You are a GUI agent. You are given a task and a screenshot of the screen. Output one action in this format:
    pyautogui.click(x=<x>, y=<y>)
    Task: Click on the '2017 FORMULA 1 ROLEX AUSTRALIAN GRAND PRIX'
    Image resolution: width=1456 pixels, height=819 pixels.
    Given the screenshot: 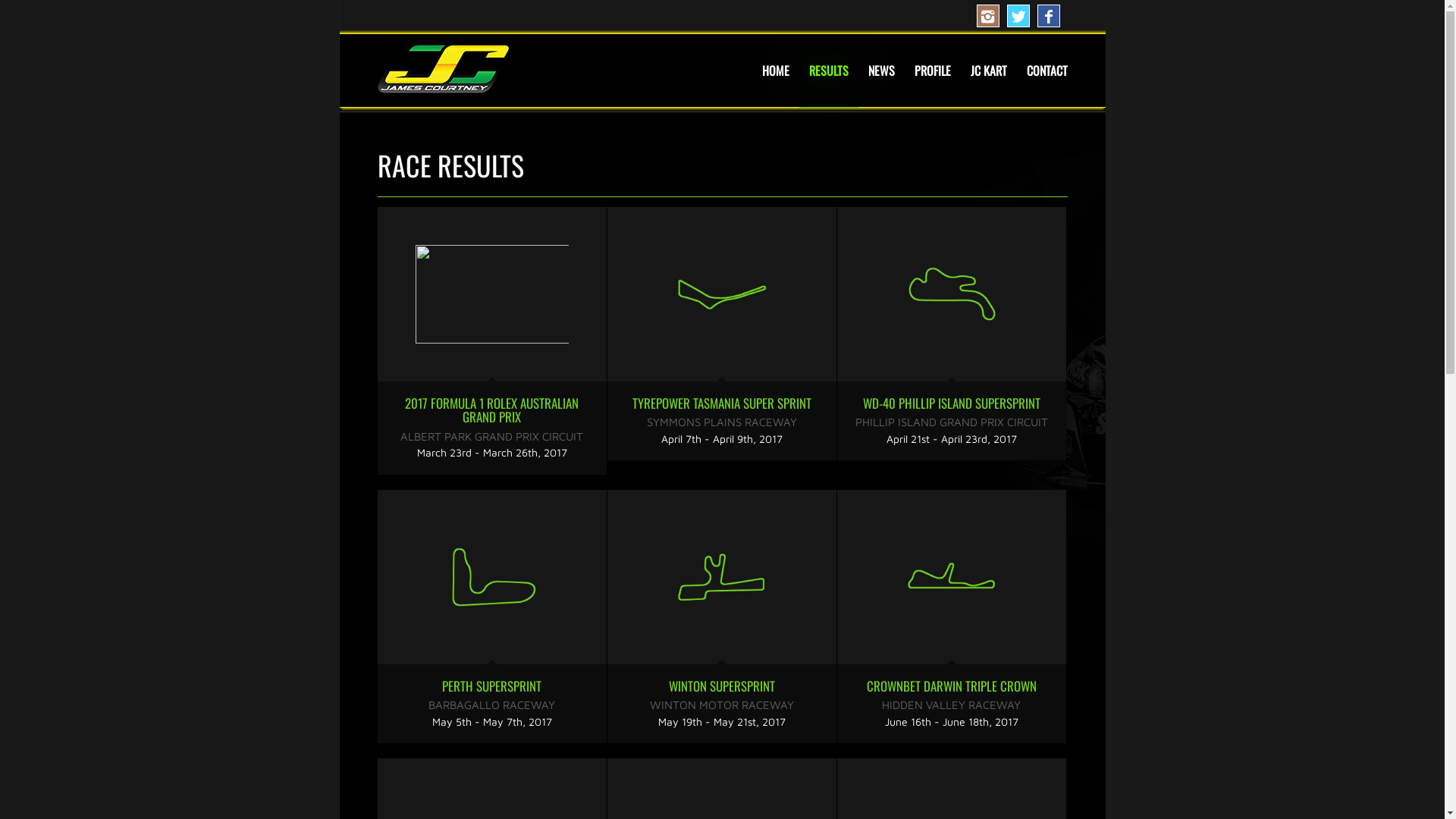 What is the action you would take?
    pyautogui.click(x=491, y=409)
    